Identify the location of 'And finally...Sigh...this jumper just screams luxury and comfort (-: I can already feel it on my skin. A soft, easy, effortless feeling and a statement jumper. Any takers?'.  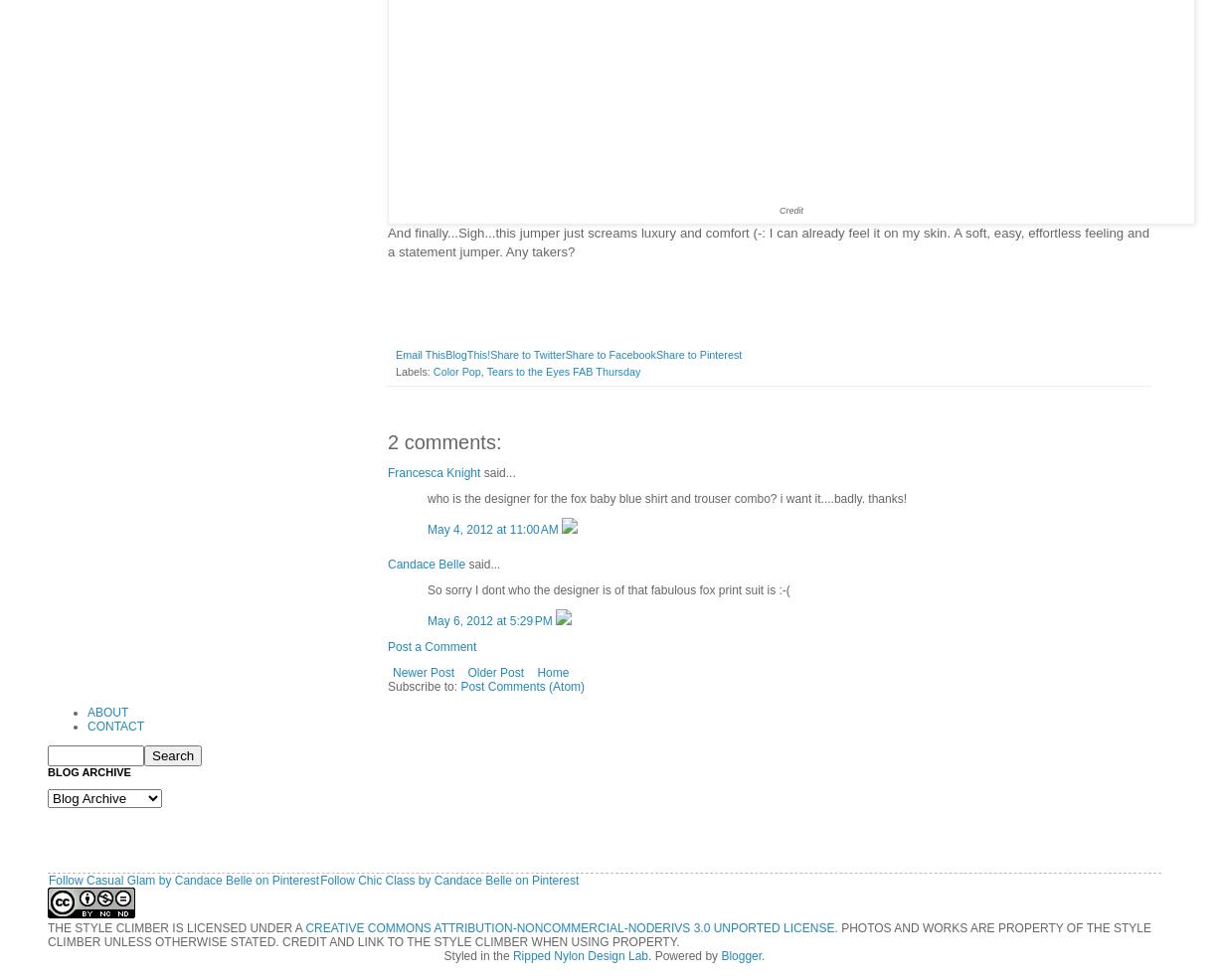
(768, 241).